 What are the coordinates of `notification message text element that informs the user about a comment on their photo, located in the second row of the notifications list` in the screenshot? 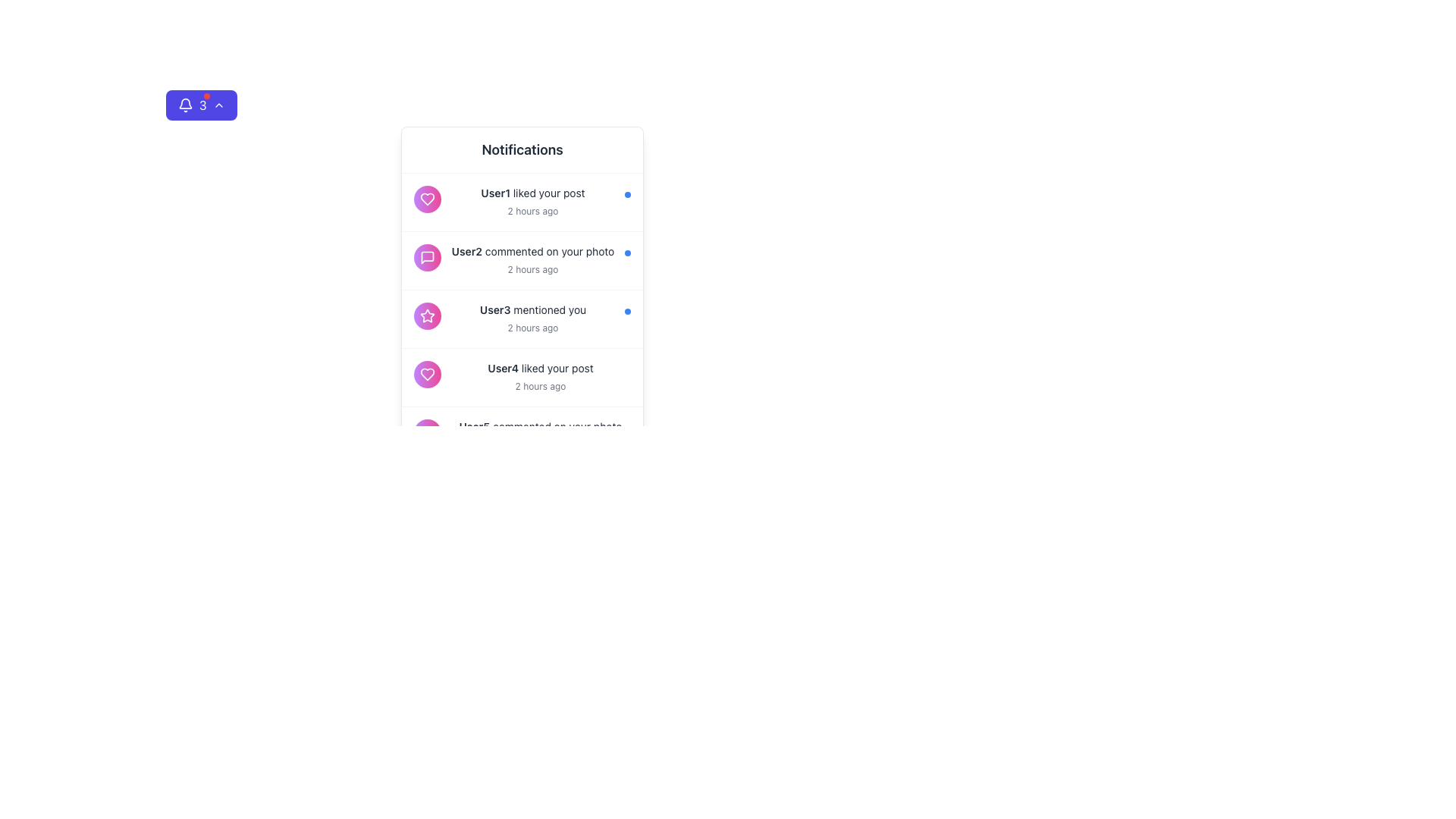 It's located at (532, 250).